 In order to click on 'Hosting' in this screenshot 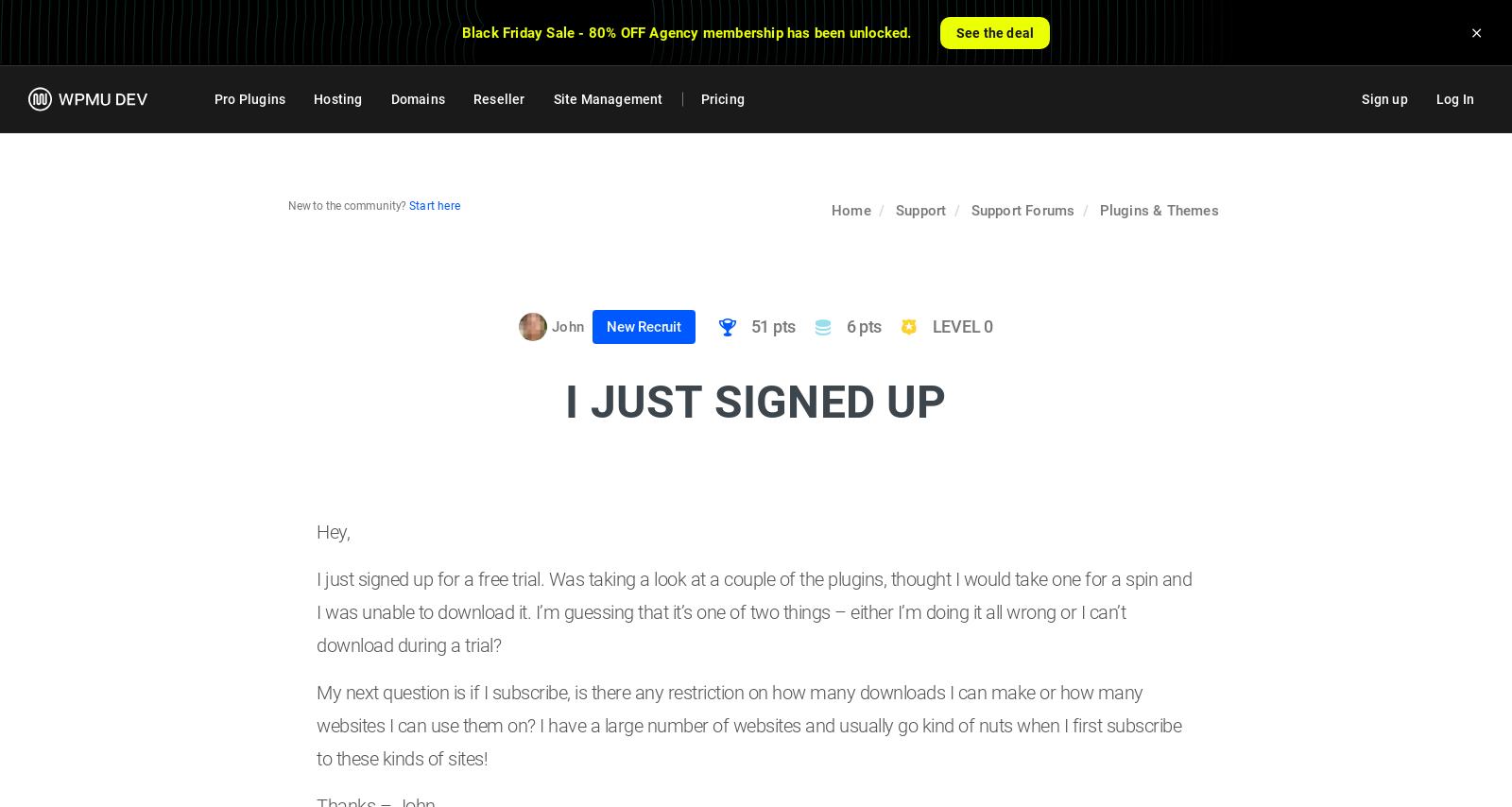, I will do `click(337, 99)`.